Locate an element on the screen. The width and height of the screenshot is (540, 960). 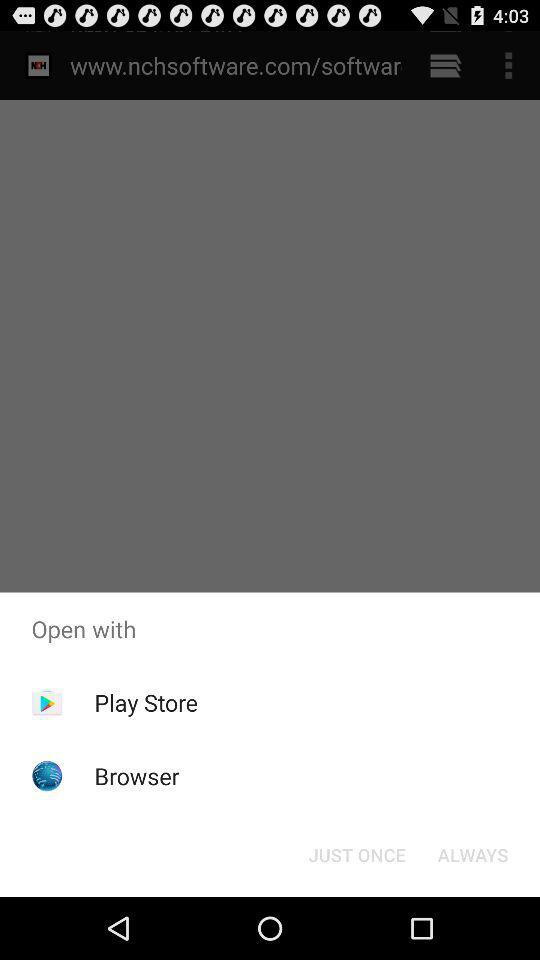
the always at the bottom right corner is located at coordinates (472, 853).